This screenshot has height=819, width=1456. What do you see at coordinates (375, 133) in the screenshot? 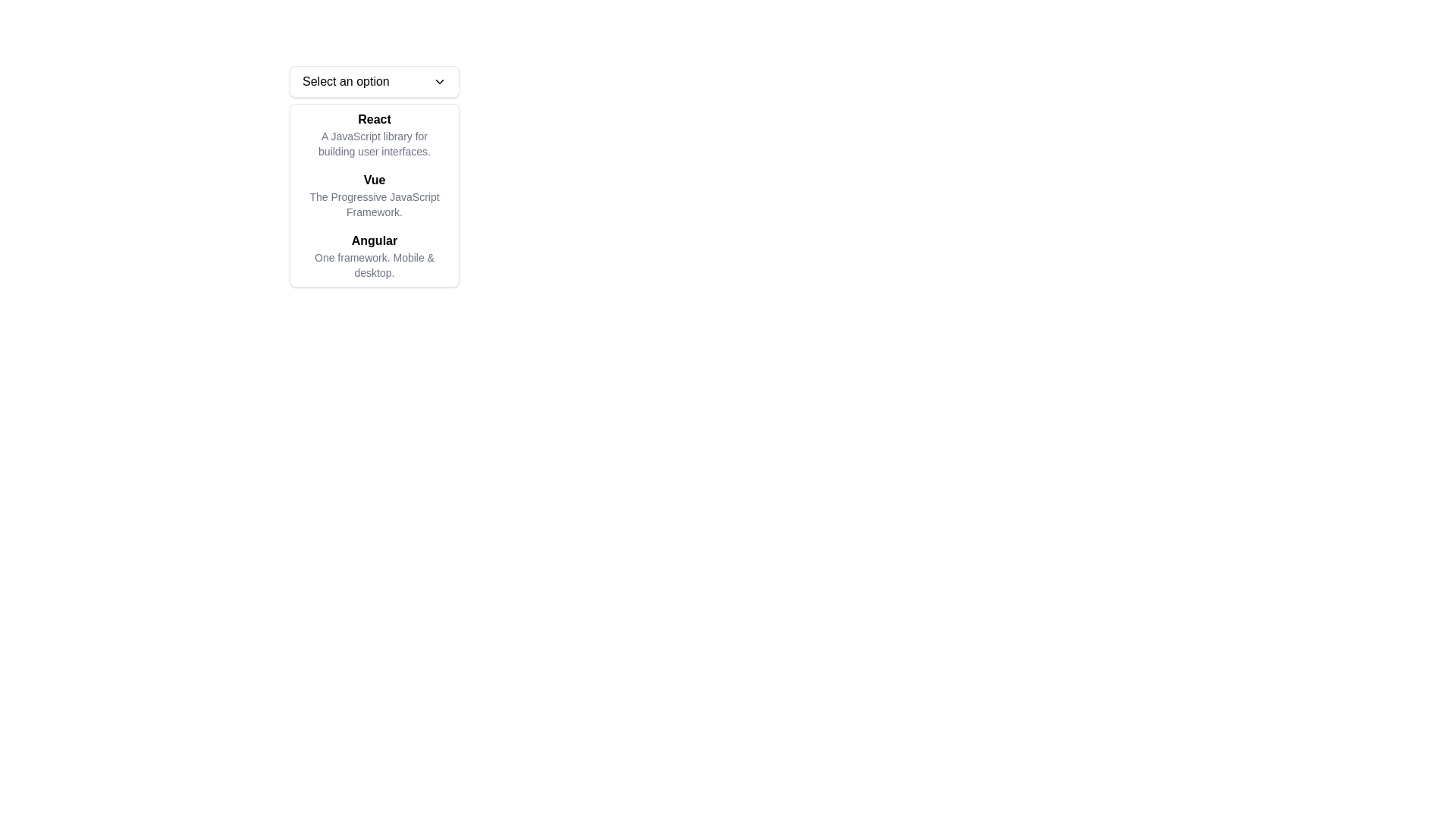
I see `the first list item in the dropdown menu that displays 'React' in bold with a description below it` at bounding box center [375, 133].